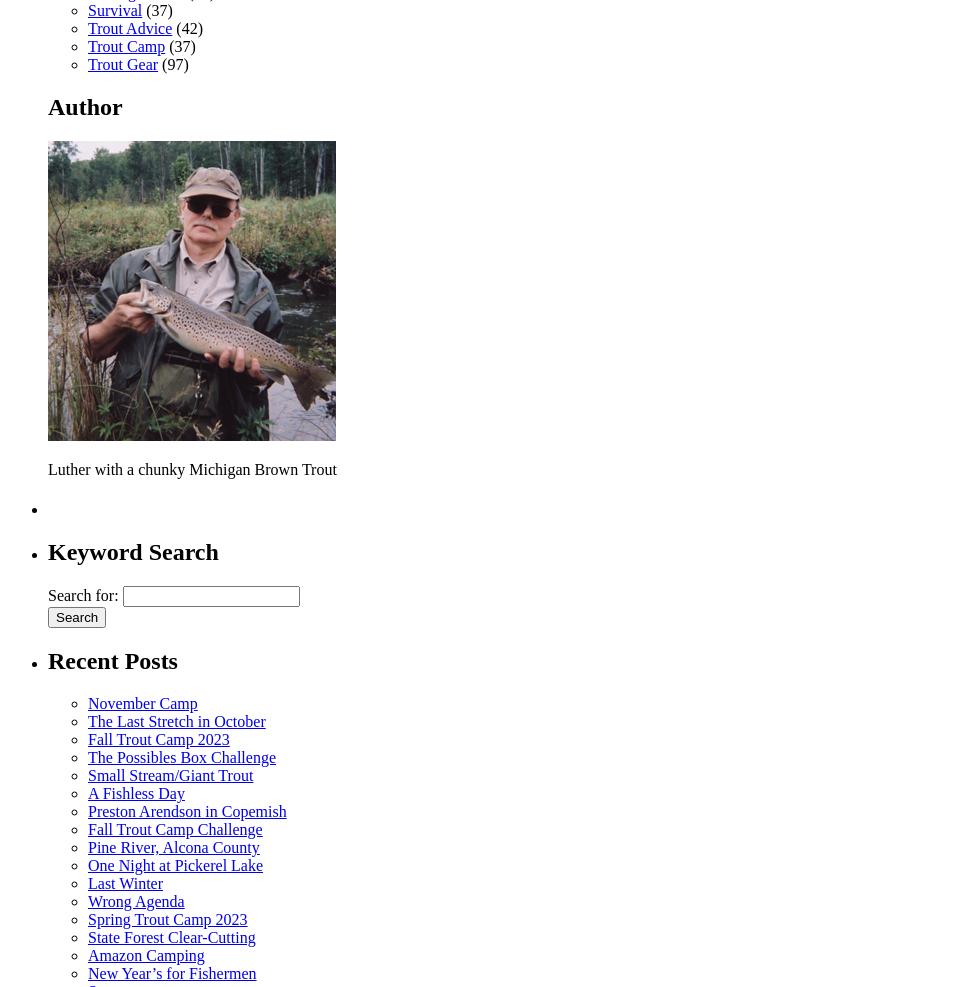 This screenshot has height=987, width=958. Describe the element at coordinates (158, 737) in the screenshot. I see `'Fall Trout Camp 2023'` at that location.